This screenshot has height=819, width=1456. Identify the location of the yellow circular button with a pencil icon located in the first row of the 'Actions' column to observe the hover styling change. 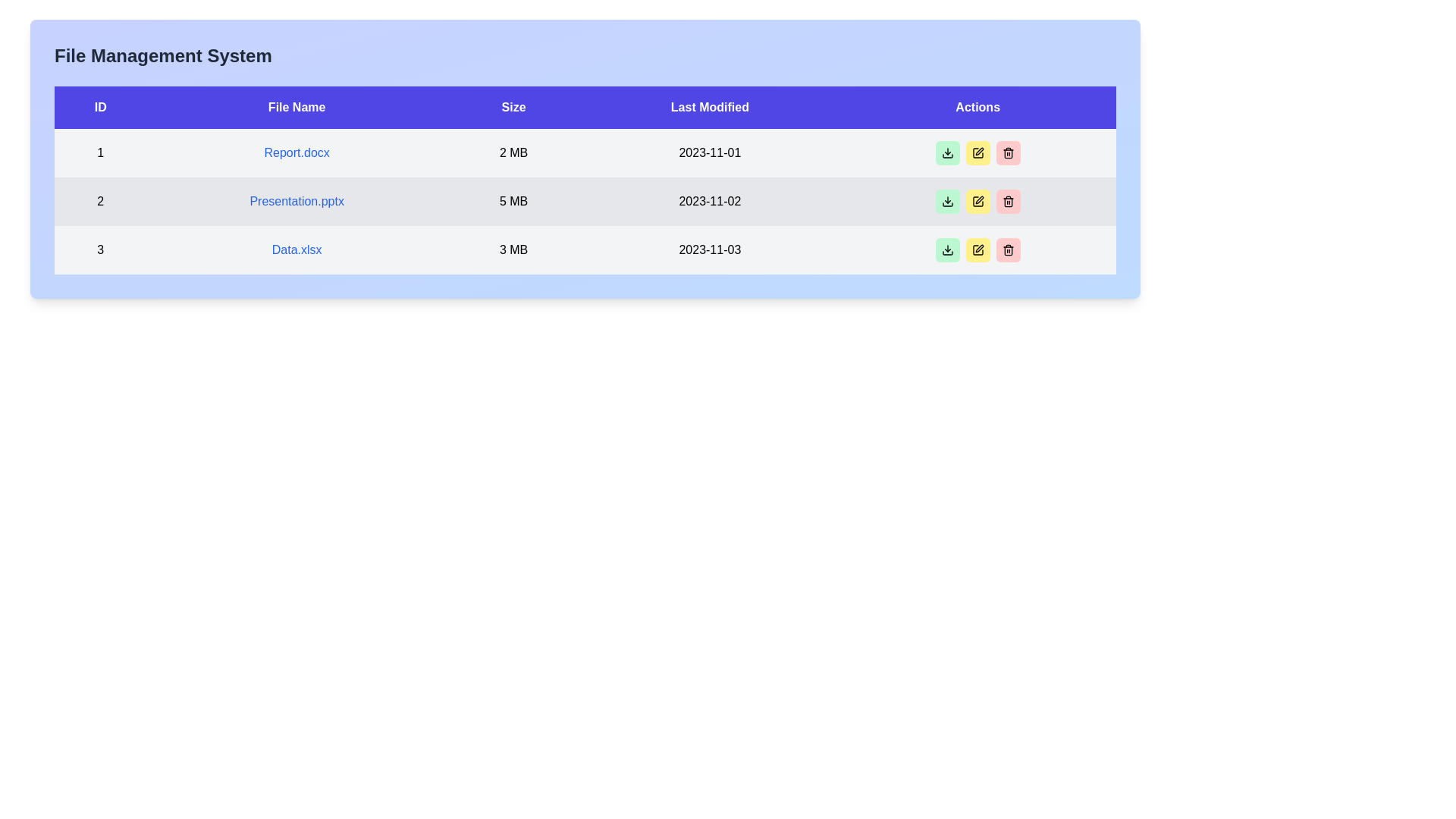
(977, 152).